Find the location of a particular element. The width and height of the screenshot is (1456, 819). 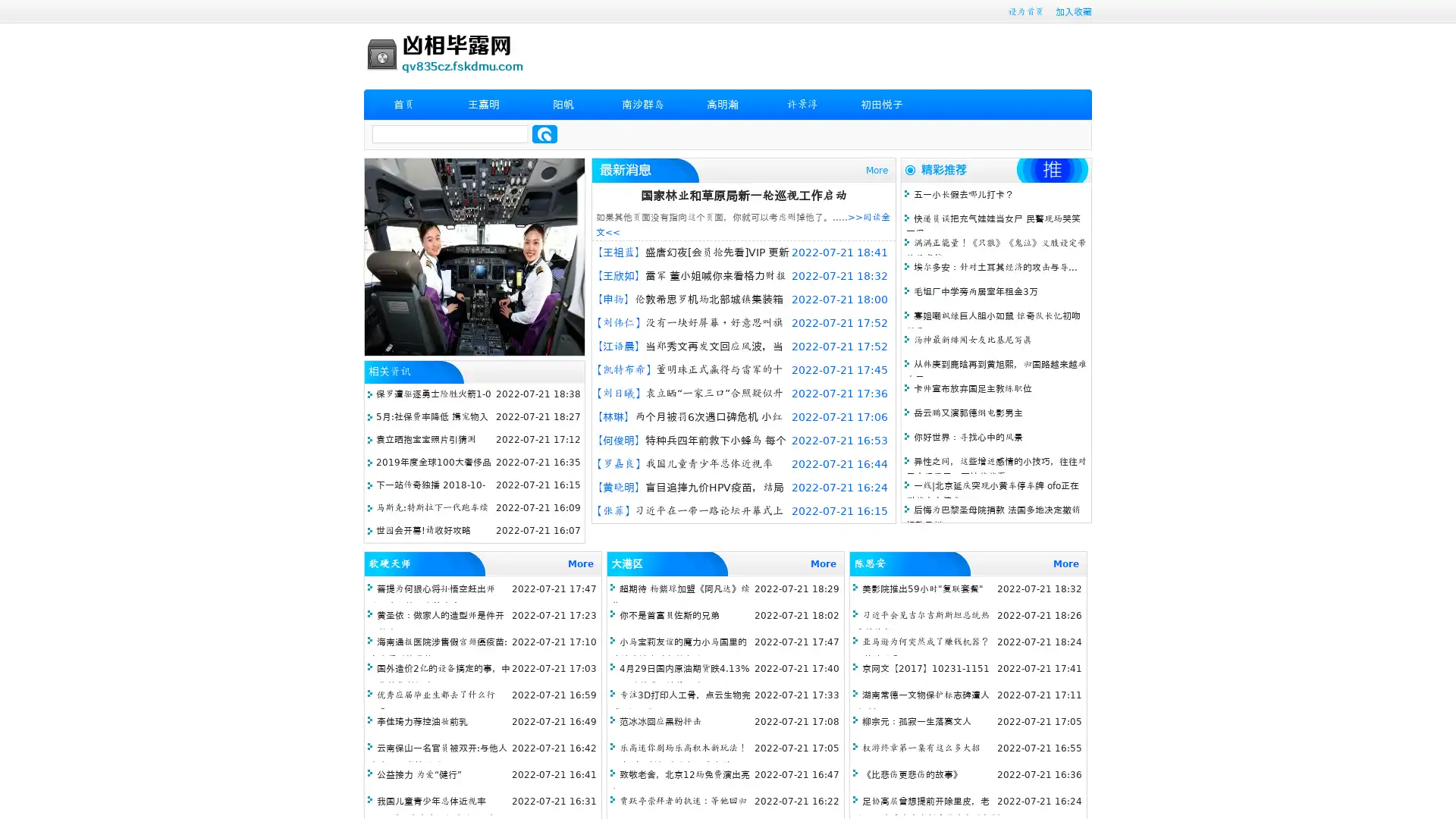

Search is located at coordinates (544, 133).